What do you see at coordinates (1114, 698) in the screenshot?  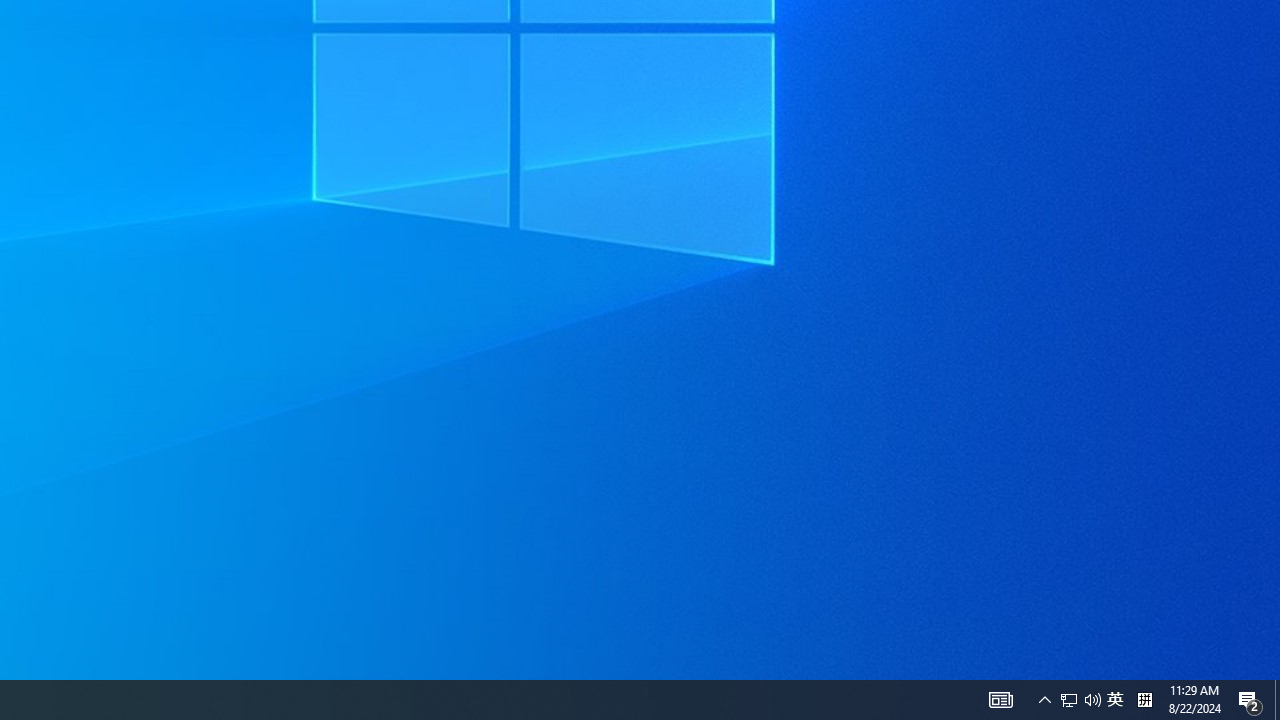 I see `'Tray Input Indicator - Chinese (Simplified, China)'` at bounding box center [1114, 698].